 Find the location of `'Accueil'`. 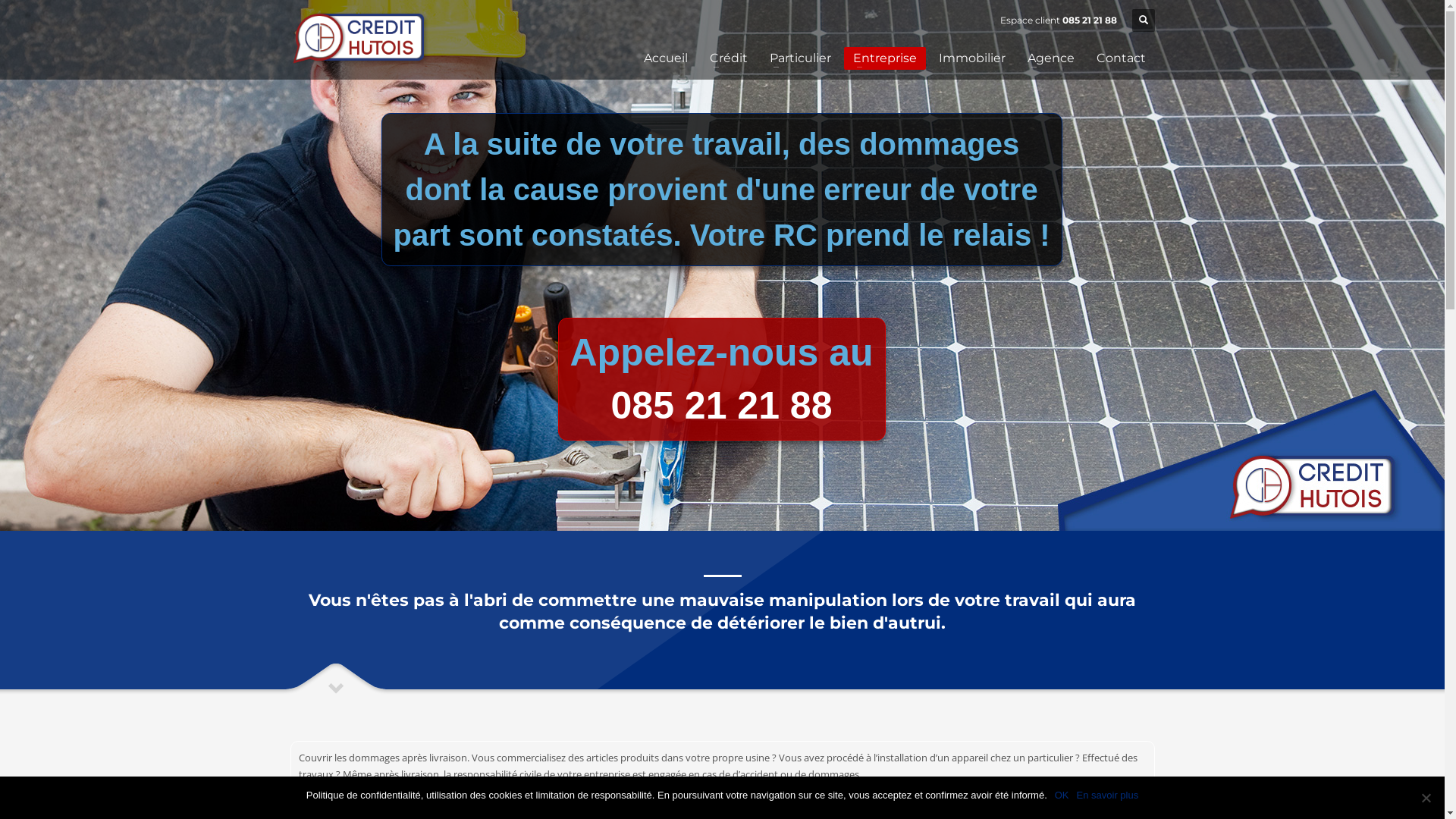

'Accueil' is located at coordinates (665, 58).